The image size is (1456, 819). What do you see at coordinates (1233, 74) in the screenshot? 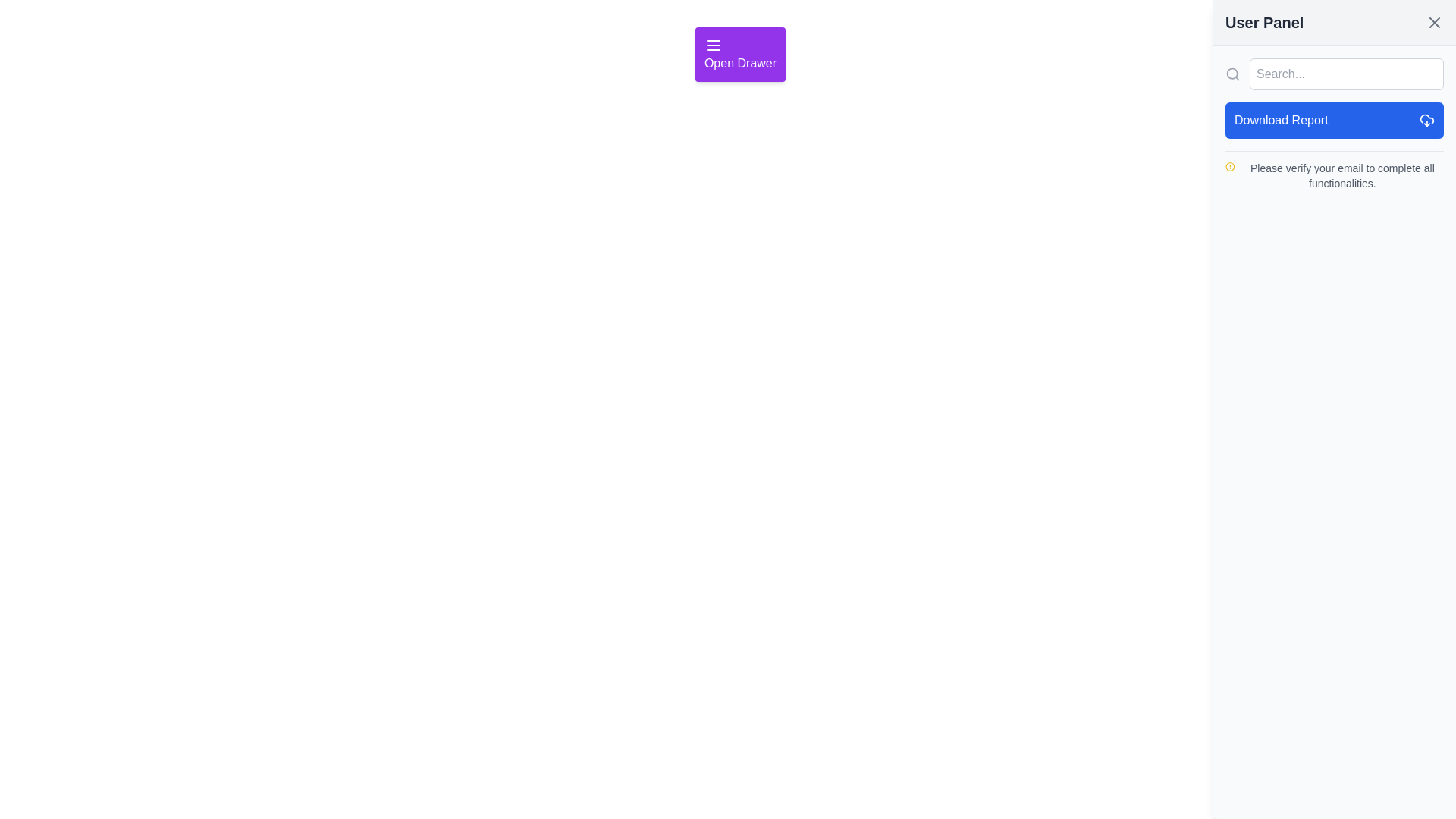
I see `the search icon located to the far left of the horizontal group of elements in the User Panel, next to the search text input field` at bounding box center [1233, 74].